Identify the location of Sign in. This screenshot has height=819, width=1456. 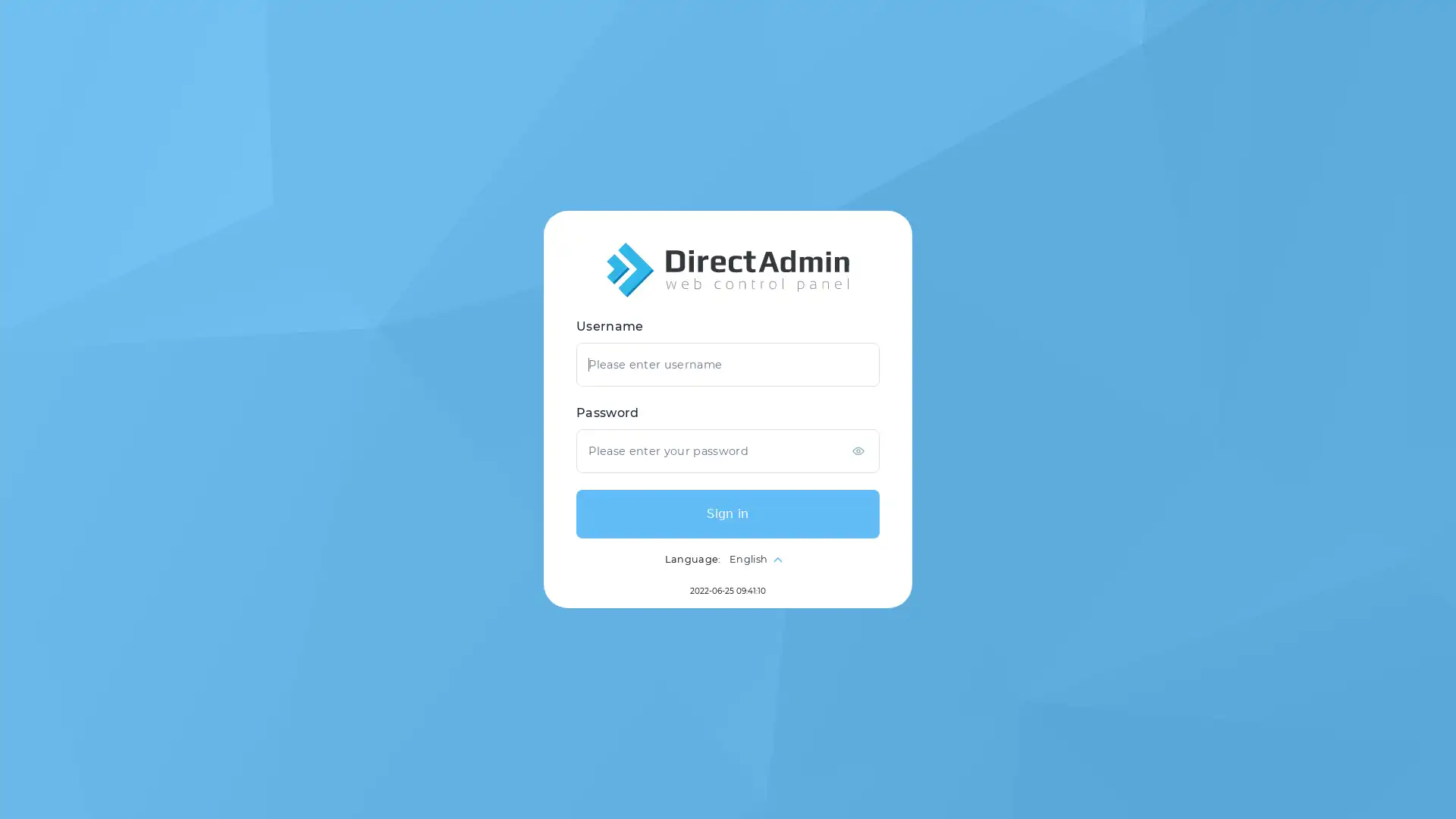
(910, 642).